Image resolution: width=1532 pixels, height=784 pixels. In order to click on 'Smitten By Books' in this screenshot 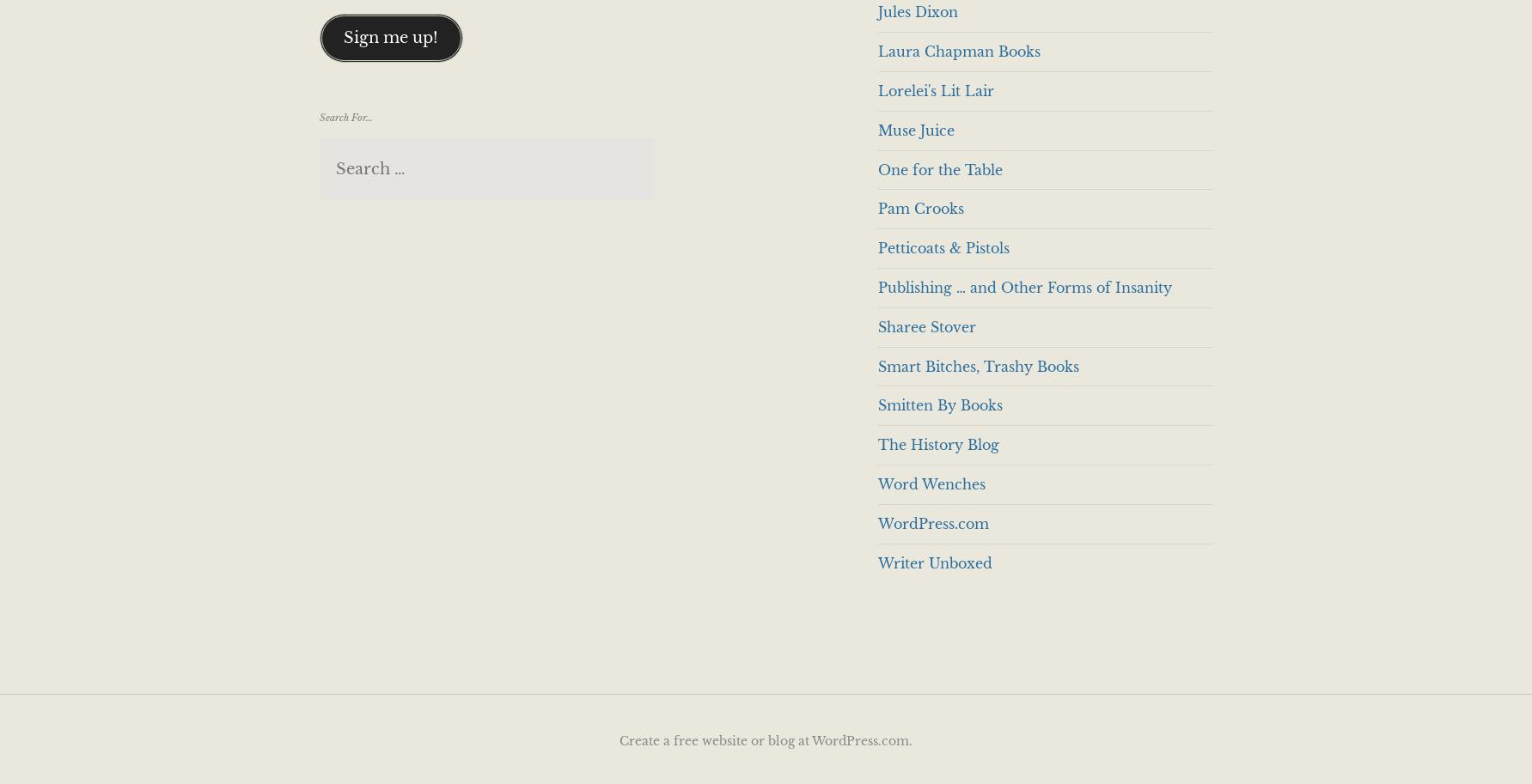, I will do `click(938, 404)`.